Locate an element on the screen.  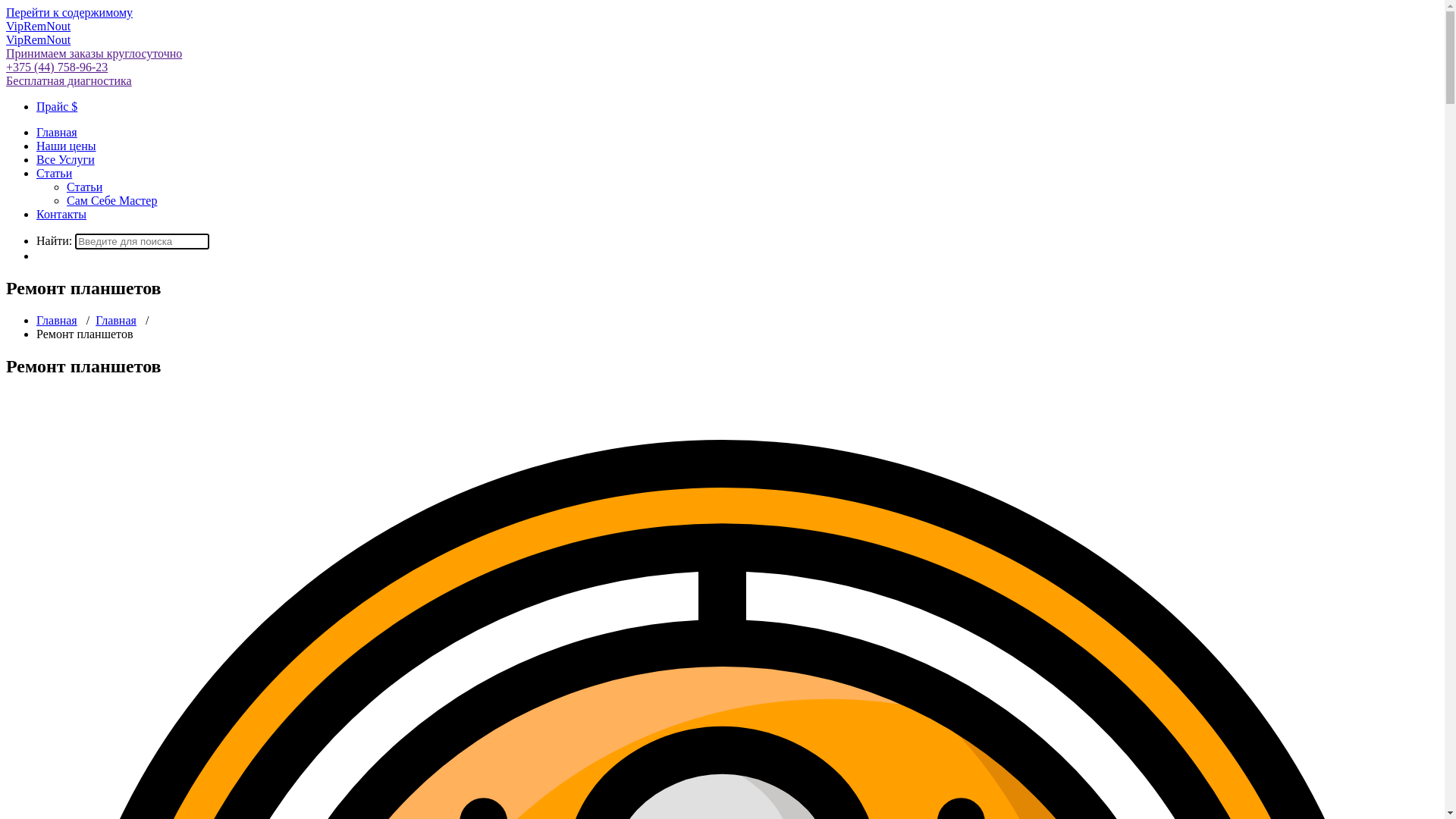
'VipRemNout' is located at coordinates (38, 39).